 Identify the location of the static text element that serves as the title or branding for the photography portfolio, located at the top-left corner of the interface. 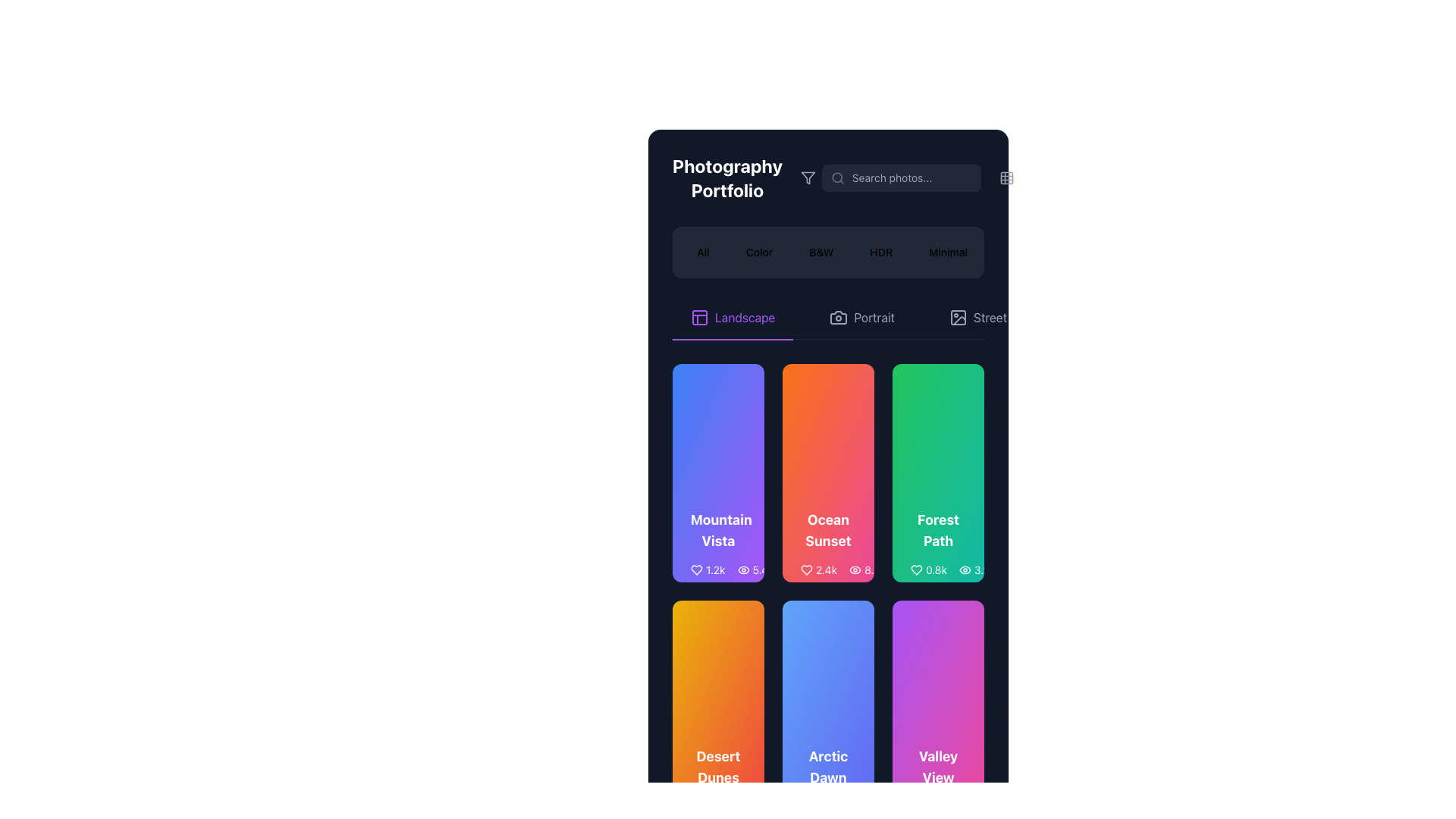
(726, 177).